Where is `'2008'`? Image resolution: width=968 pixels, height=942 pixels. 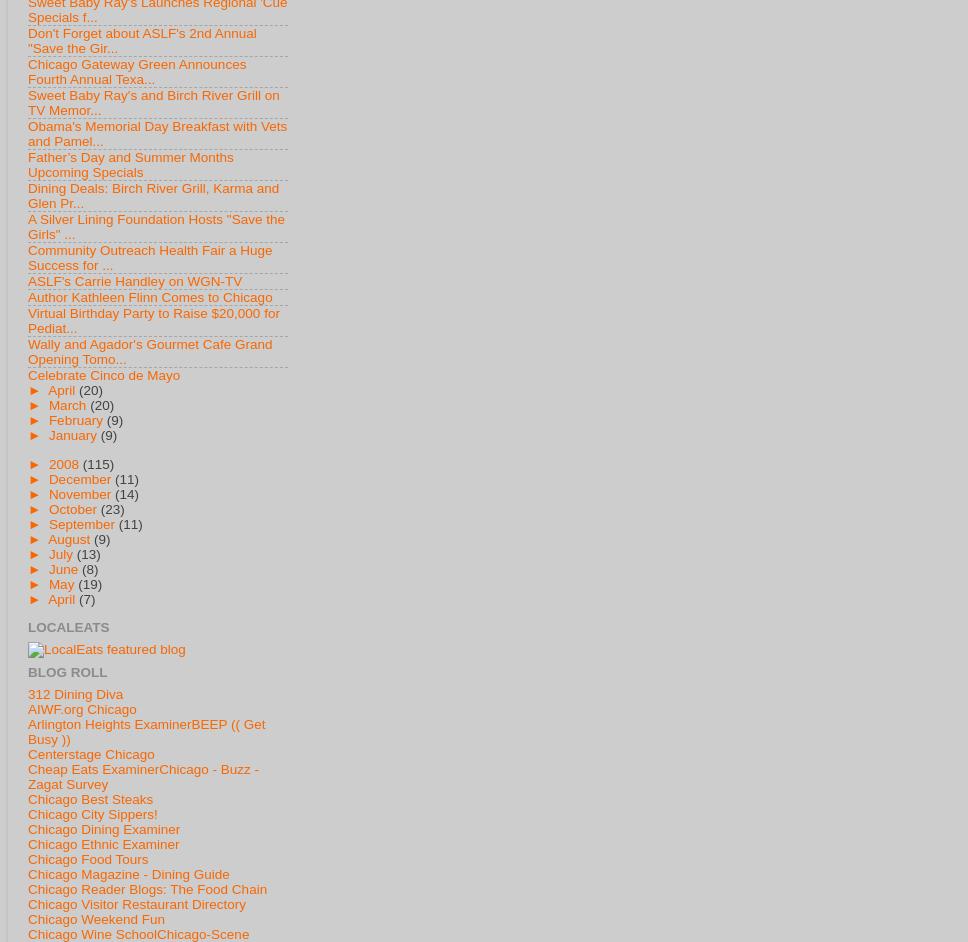
'2008' is located at coordinates (63, 462).